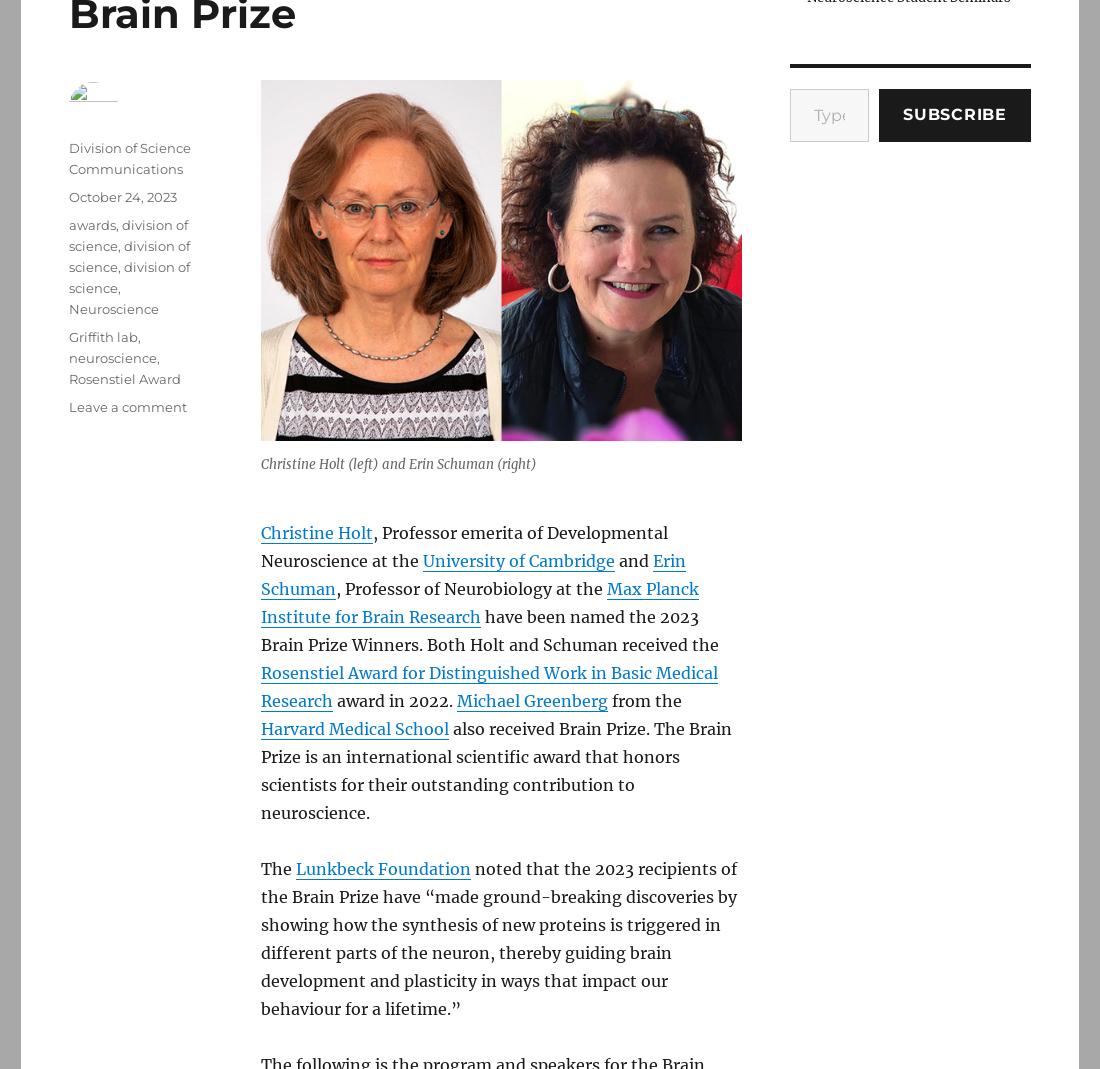  Describe the element at coordinates (398, 463) in the screenshot. I see `'Christine Holt (left) and Erin Schuman (right)'` at that location.